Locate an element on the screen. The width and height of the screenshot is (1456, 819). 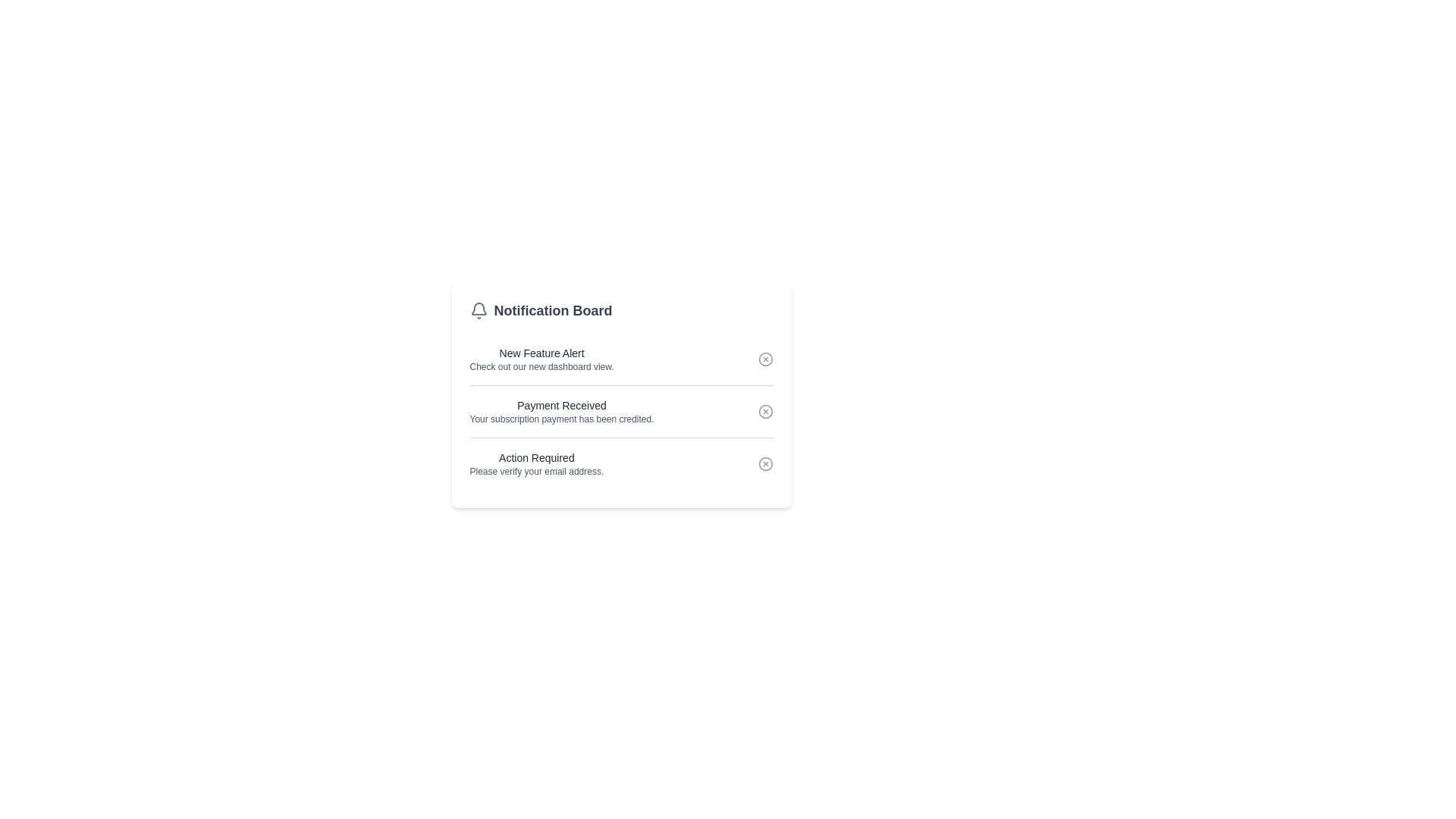
the header text located at the top left corner of the notification section, adjacent to the bell icon is located at coordinates (541, 309).